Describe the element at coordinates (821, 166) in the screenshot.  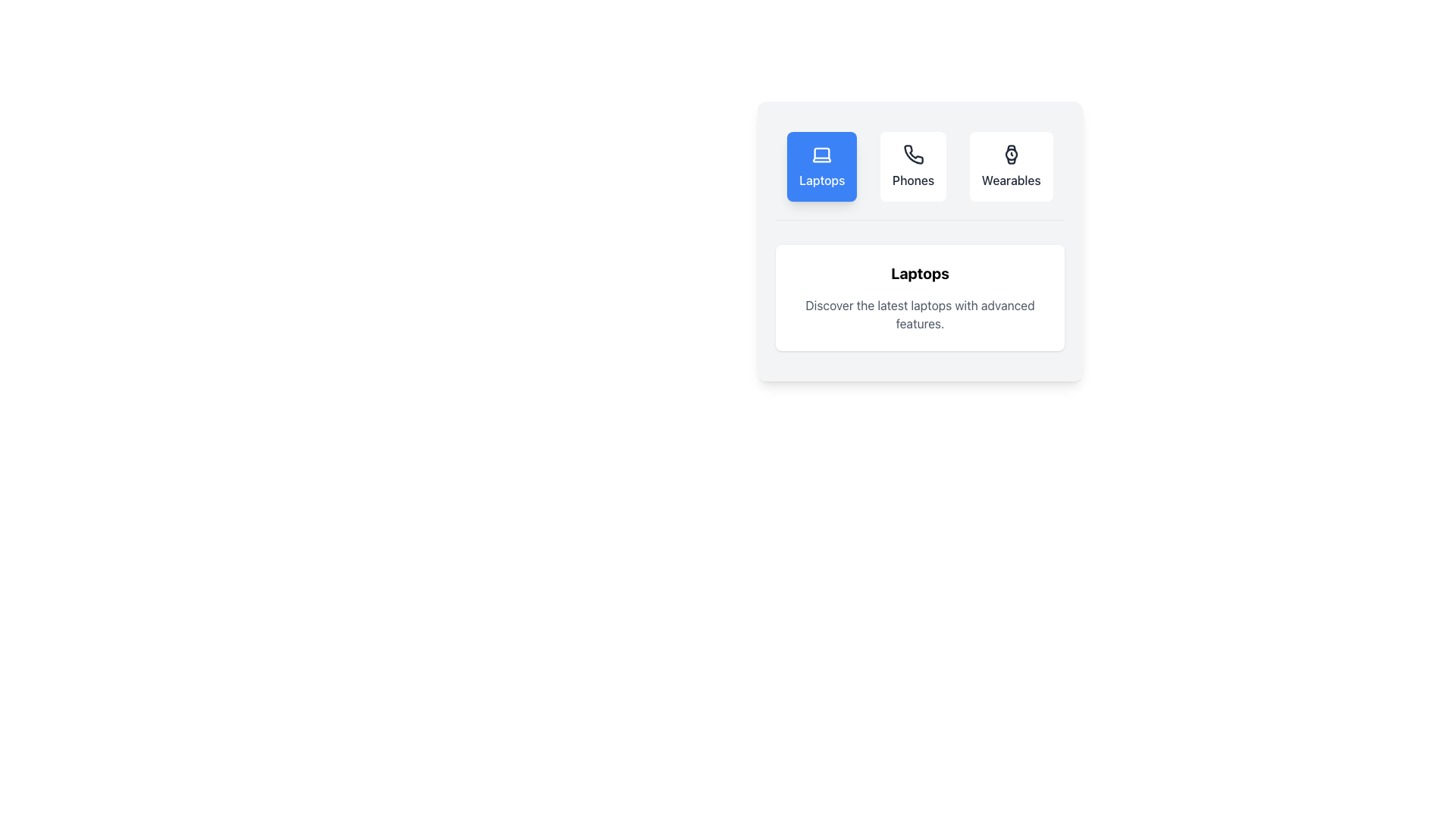
I see `the 'Laptops' category button, which is the first item in a group of three navigation options located near the top-left corner of the bounding box` at that location.